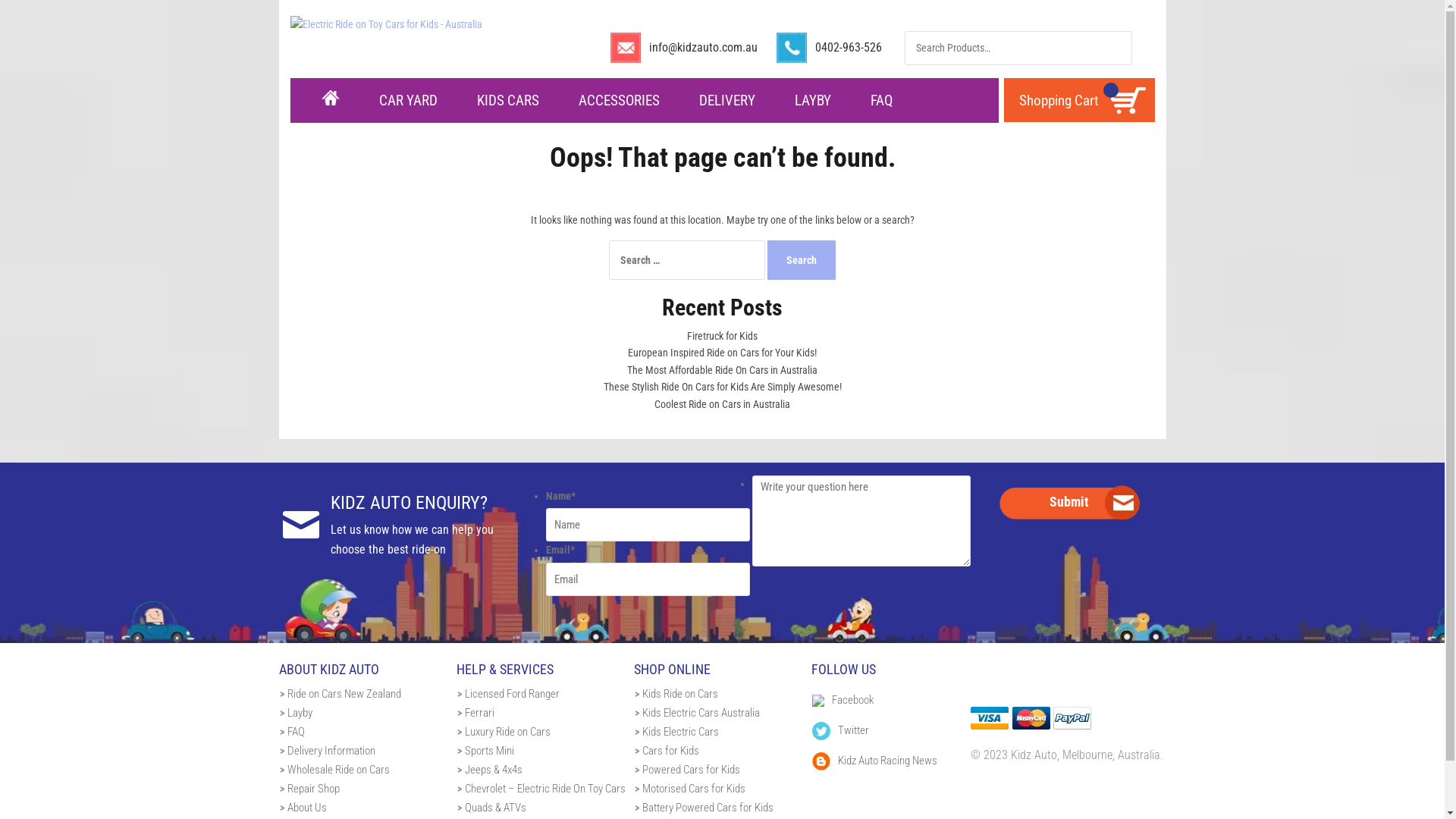 This screenshot has height=819, width=1456. I want to click on 'Firetruck for Kids', so click(721, 335).